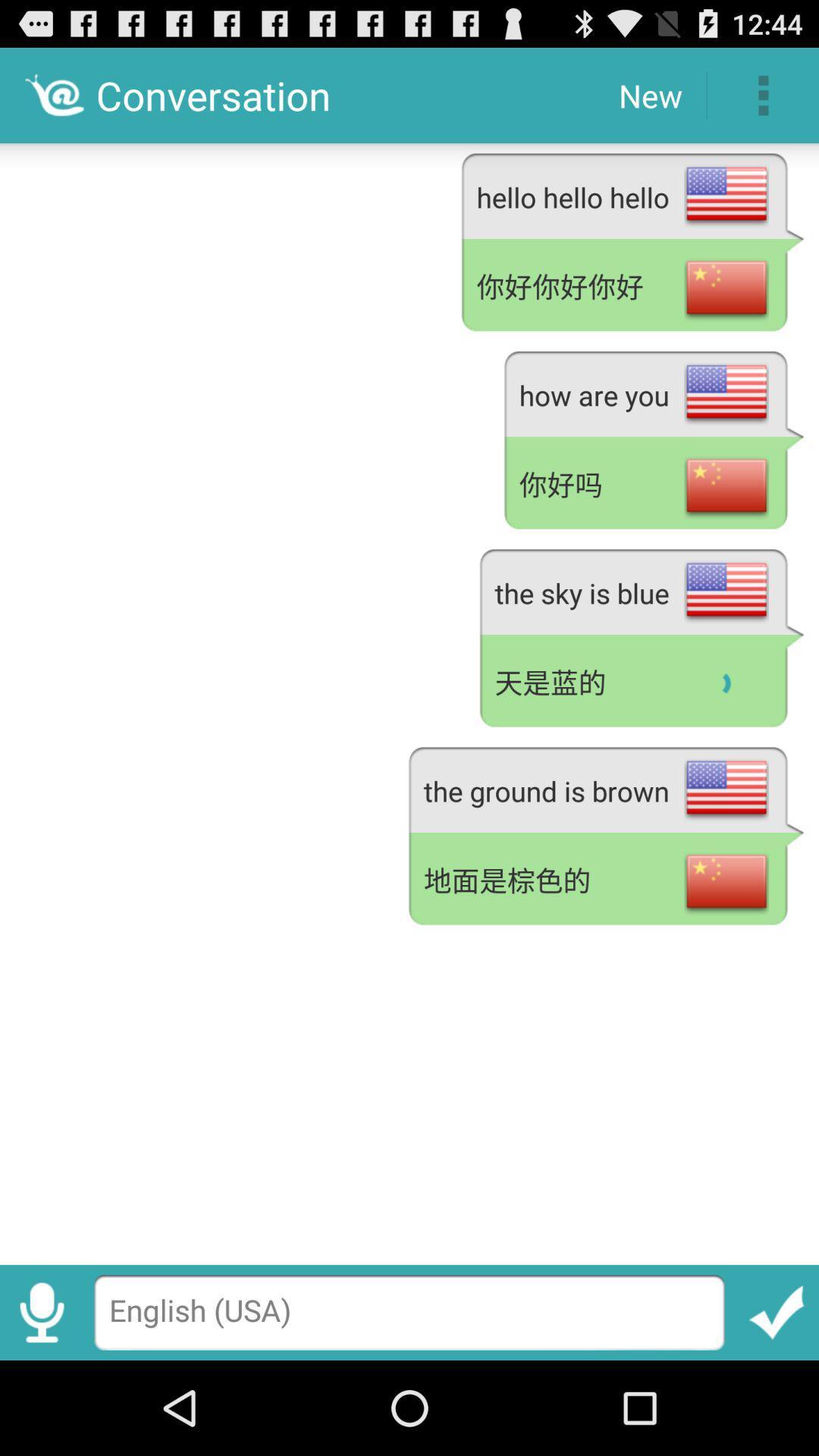 The image size is (819, 1456). I want to click on the new, so click(649, 94).